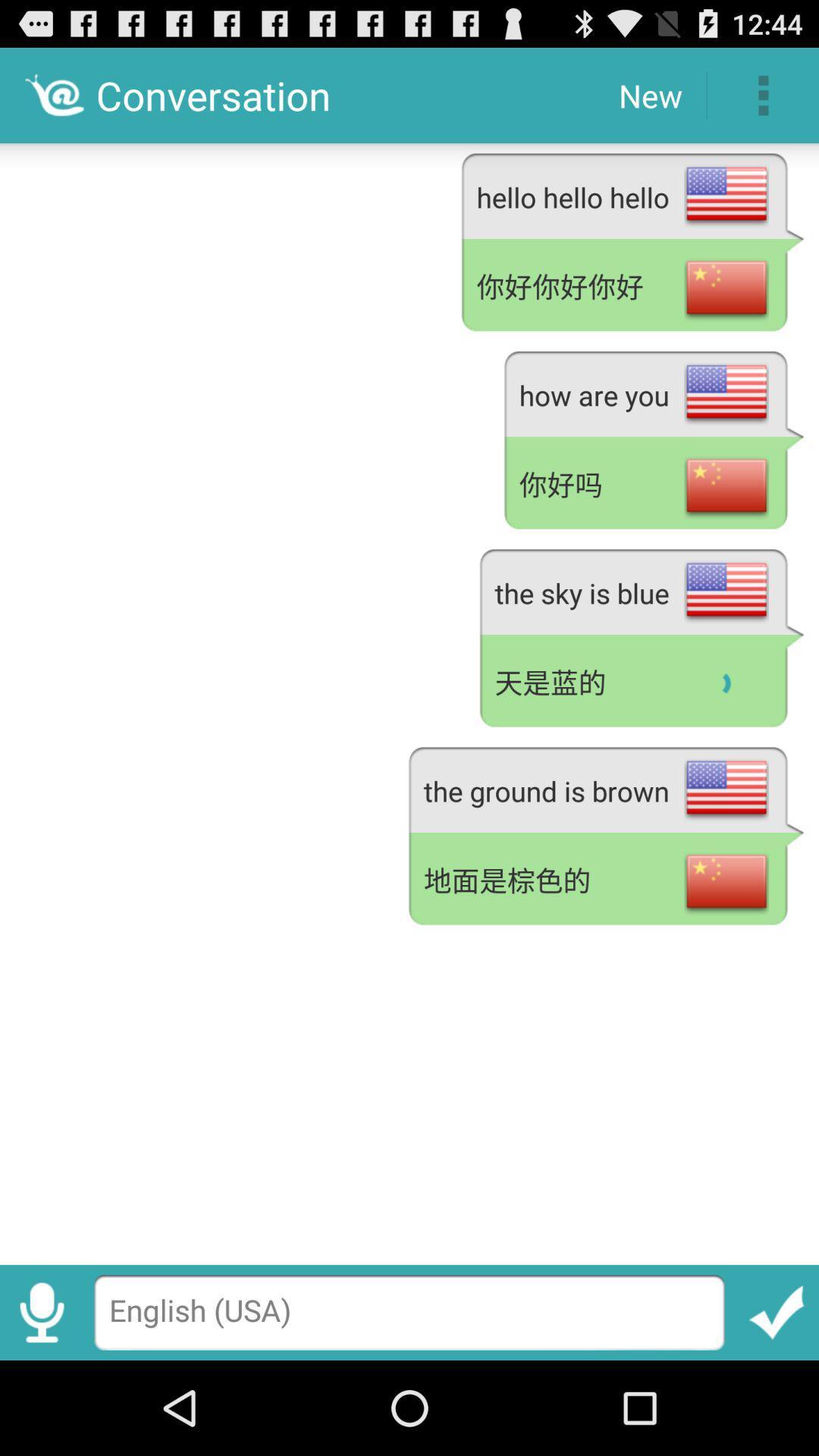 The image size is (819, 1456). I want to click on the new, so click(649, 94).